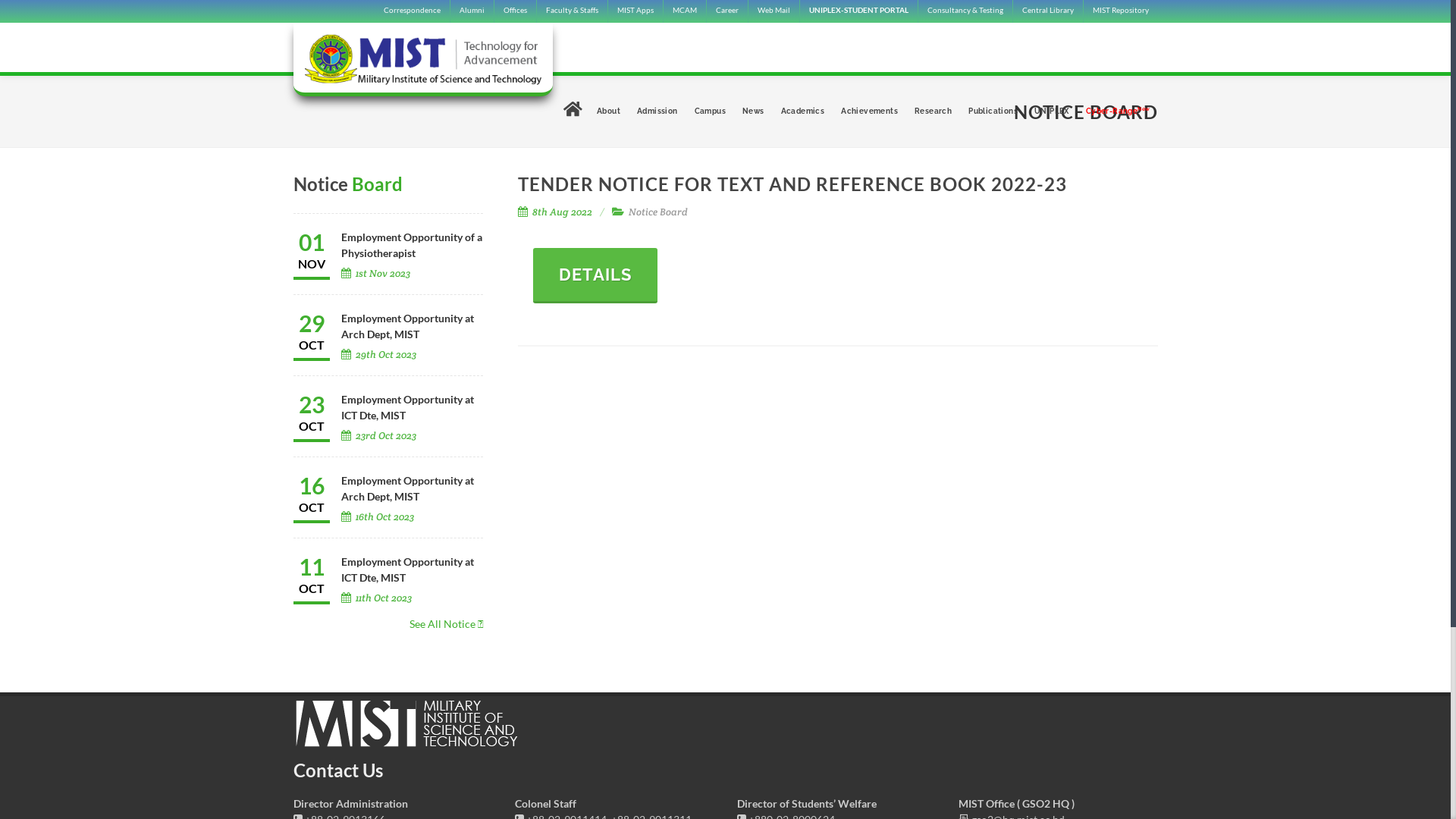 The width and height of the screenshot is (1456, 819). Describe the element at coordinates (932, 110) in the screenshot. I see `'Research'` at that location.